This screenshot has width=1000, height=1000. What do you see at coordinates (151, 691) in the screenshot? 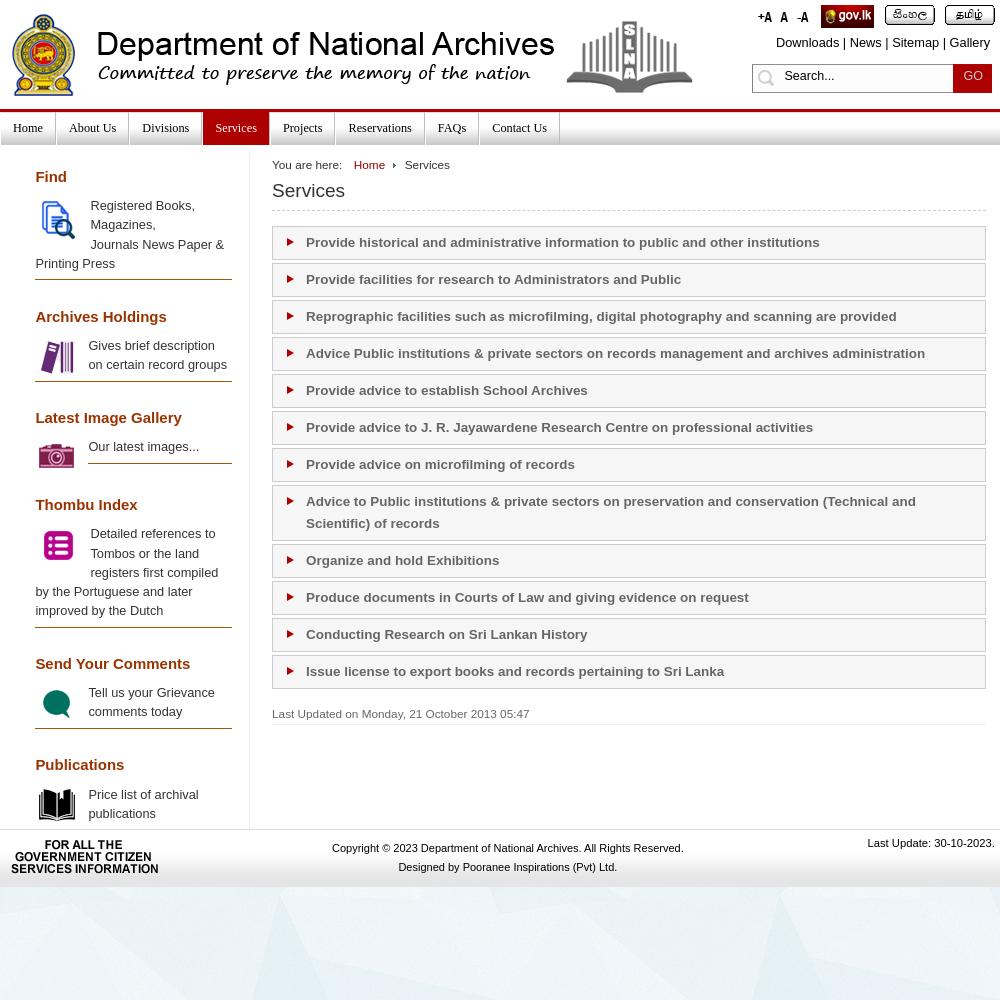
I see `'Tell us your Grievance'` at bounding box center [151, 691].